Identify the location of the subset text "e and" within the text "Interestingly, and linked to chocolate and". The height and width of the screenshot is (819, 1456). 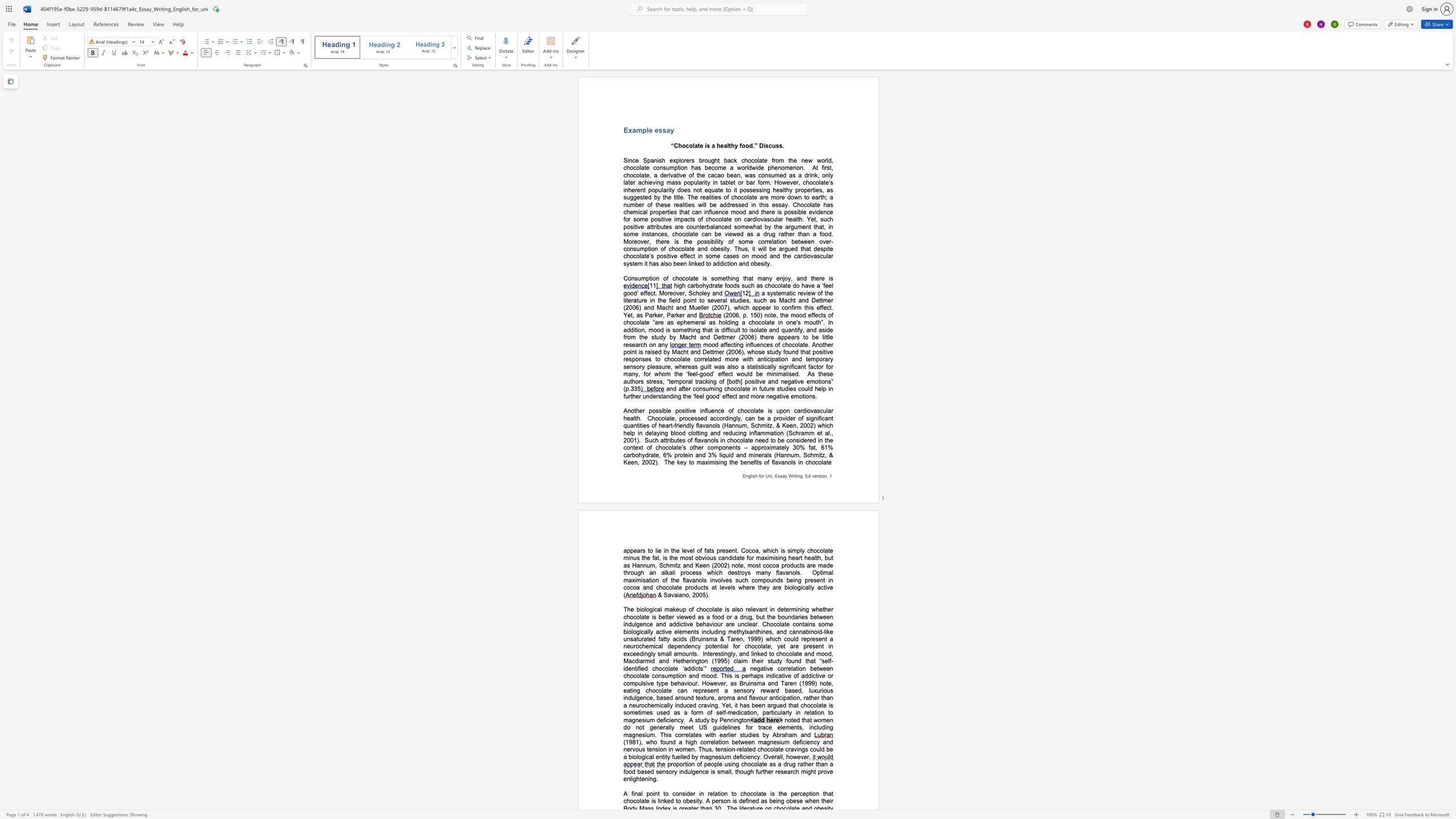
(798, 654).